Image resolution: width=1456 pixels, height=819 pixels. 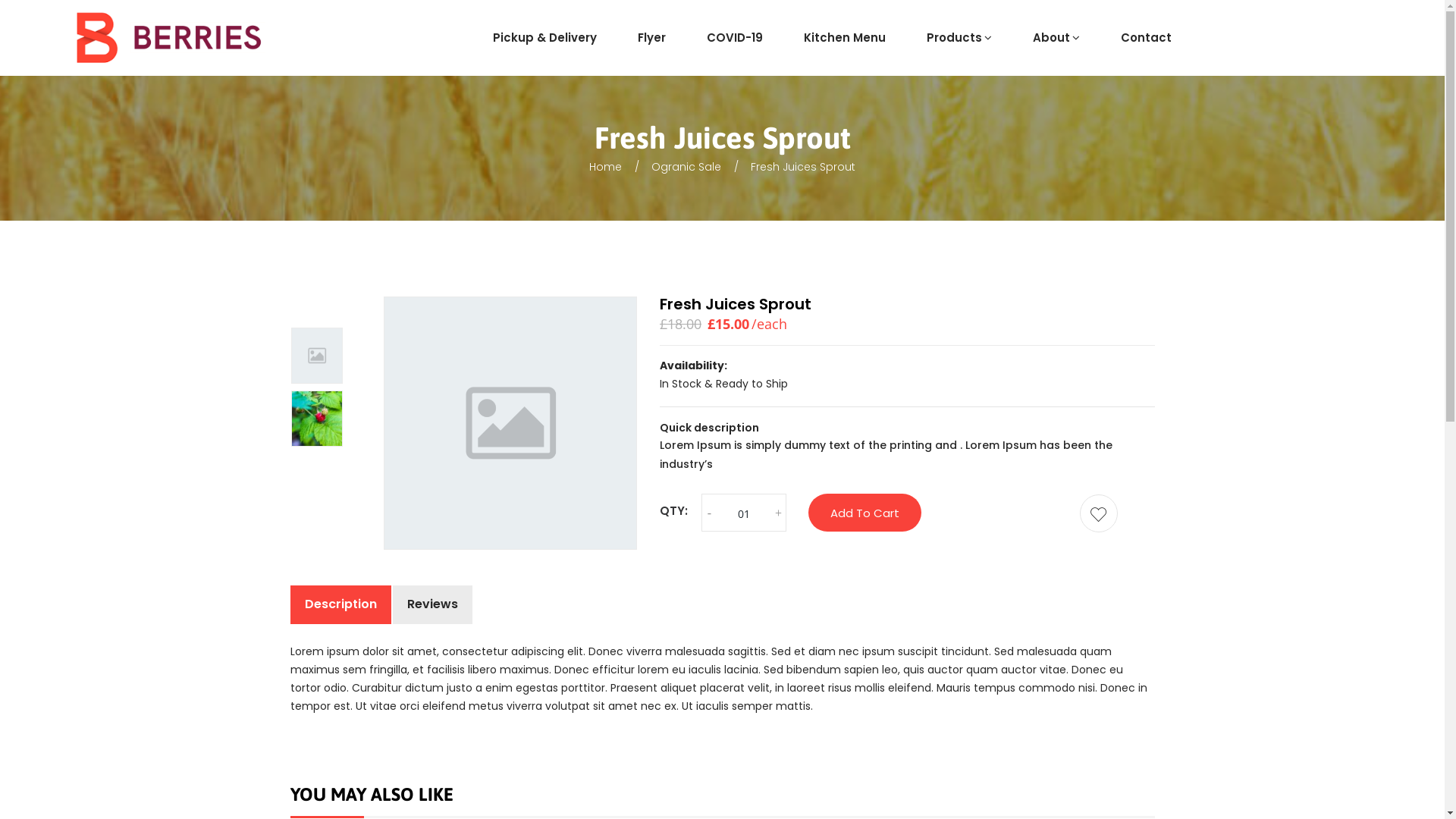 I want to click on 'blog-1', so click(x=315, y=418).